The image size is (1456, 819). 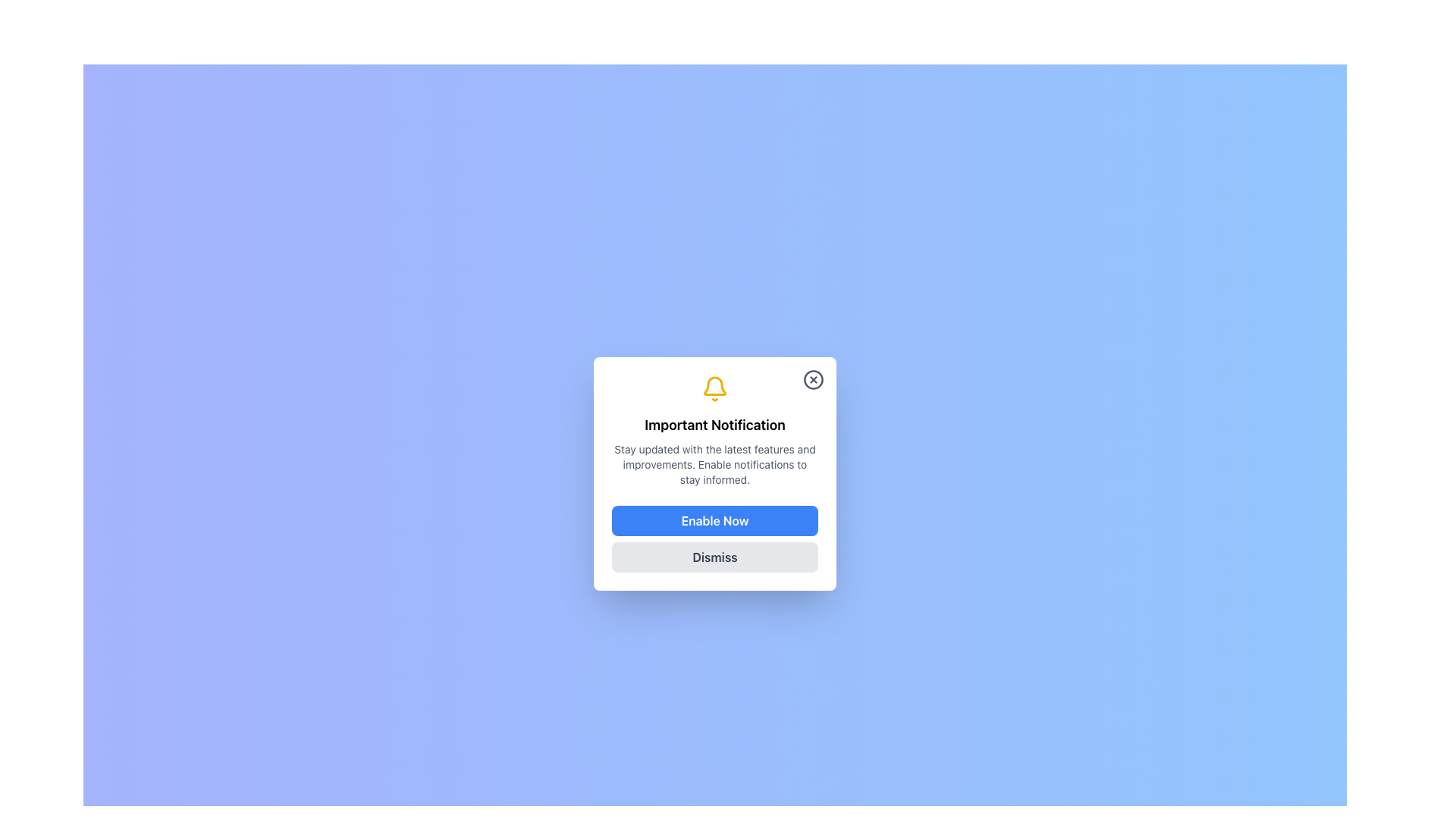 What do you see at coordinates (714, 464) in the screenshot?
I see `the static text urging the user to enable notifications, which is positioned below the 'Important Notification' title and above the 'Enable Now' and 'Dismiss' buttons` at bounding box center [714, 464].